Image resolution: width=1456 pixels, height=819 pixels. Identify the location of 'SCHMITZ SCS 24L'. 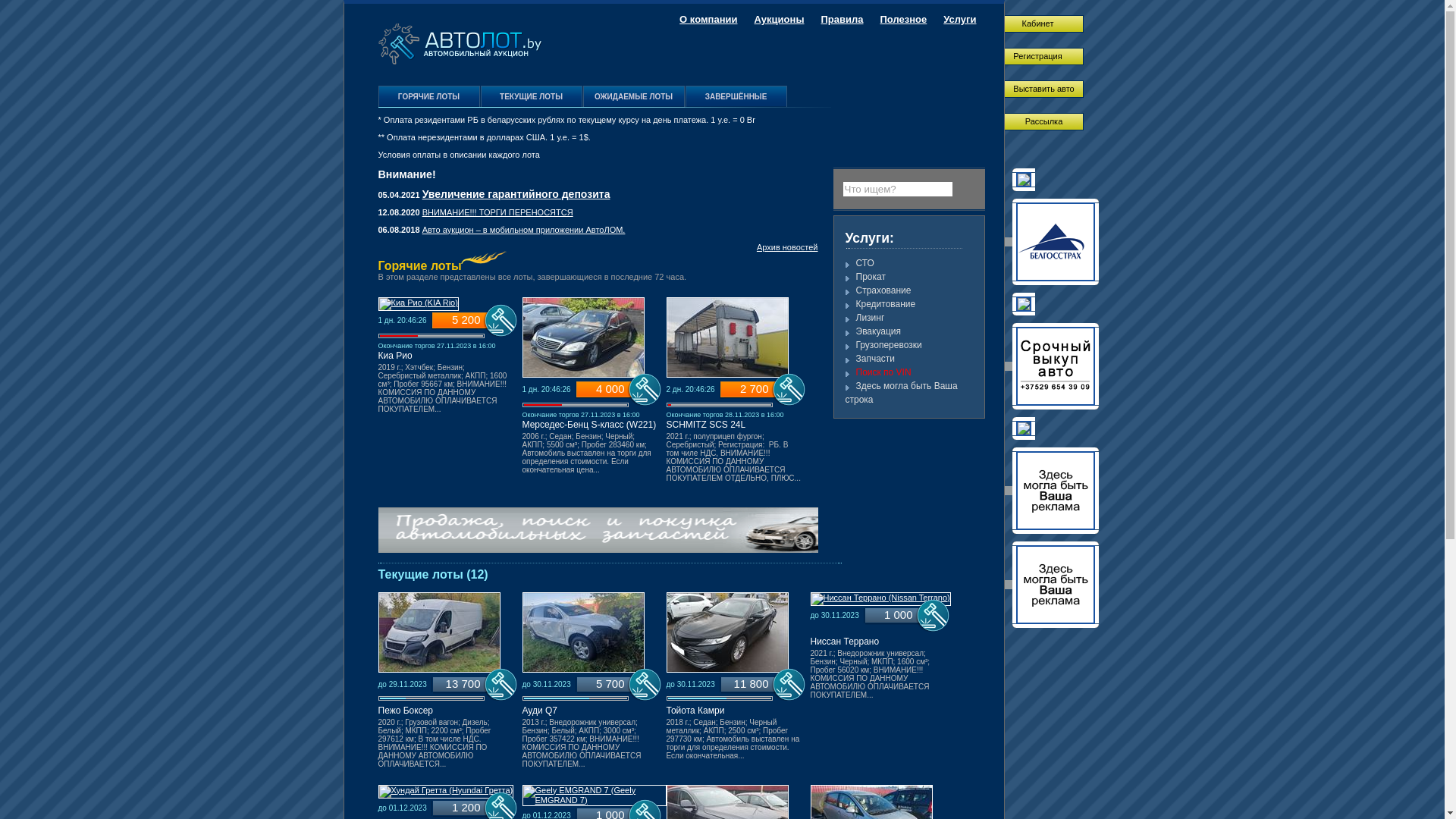
(704, 424).